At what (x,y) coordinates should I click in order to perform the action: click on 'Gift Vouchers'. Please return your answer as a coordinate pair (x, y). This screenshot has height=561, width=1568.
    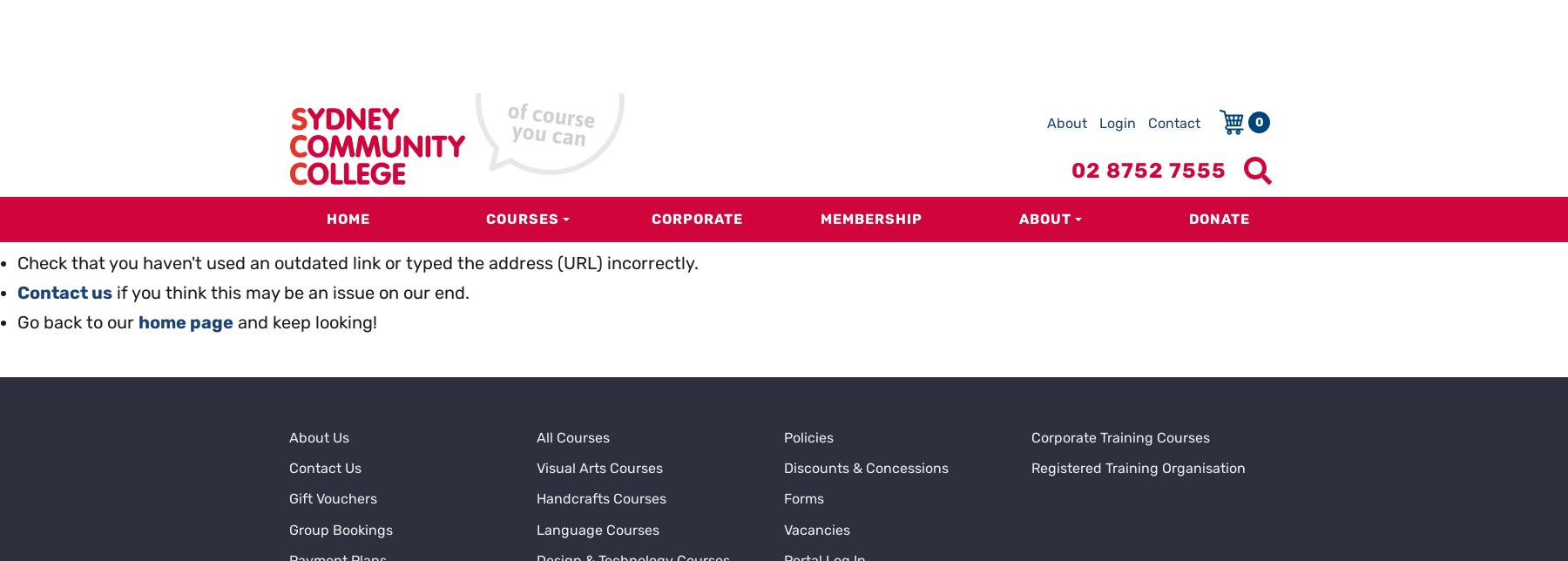
    Looking at the image, I should click on (333, 254).